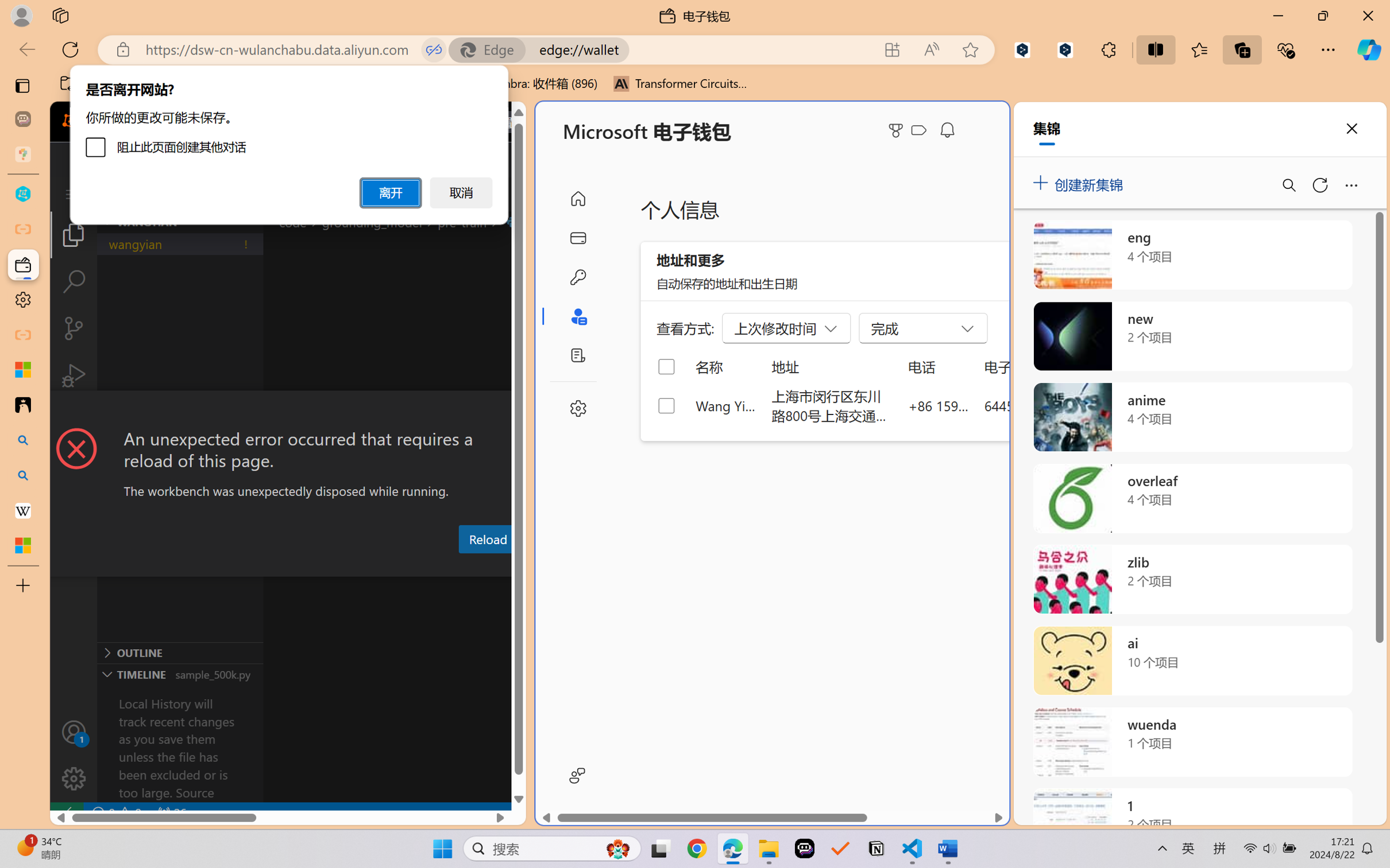 The height and width of the screenshot is (868, 1390). I want to click on 'Outline Section', so click(180, 652).